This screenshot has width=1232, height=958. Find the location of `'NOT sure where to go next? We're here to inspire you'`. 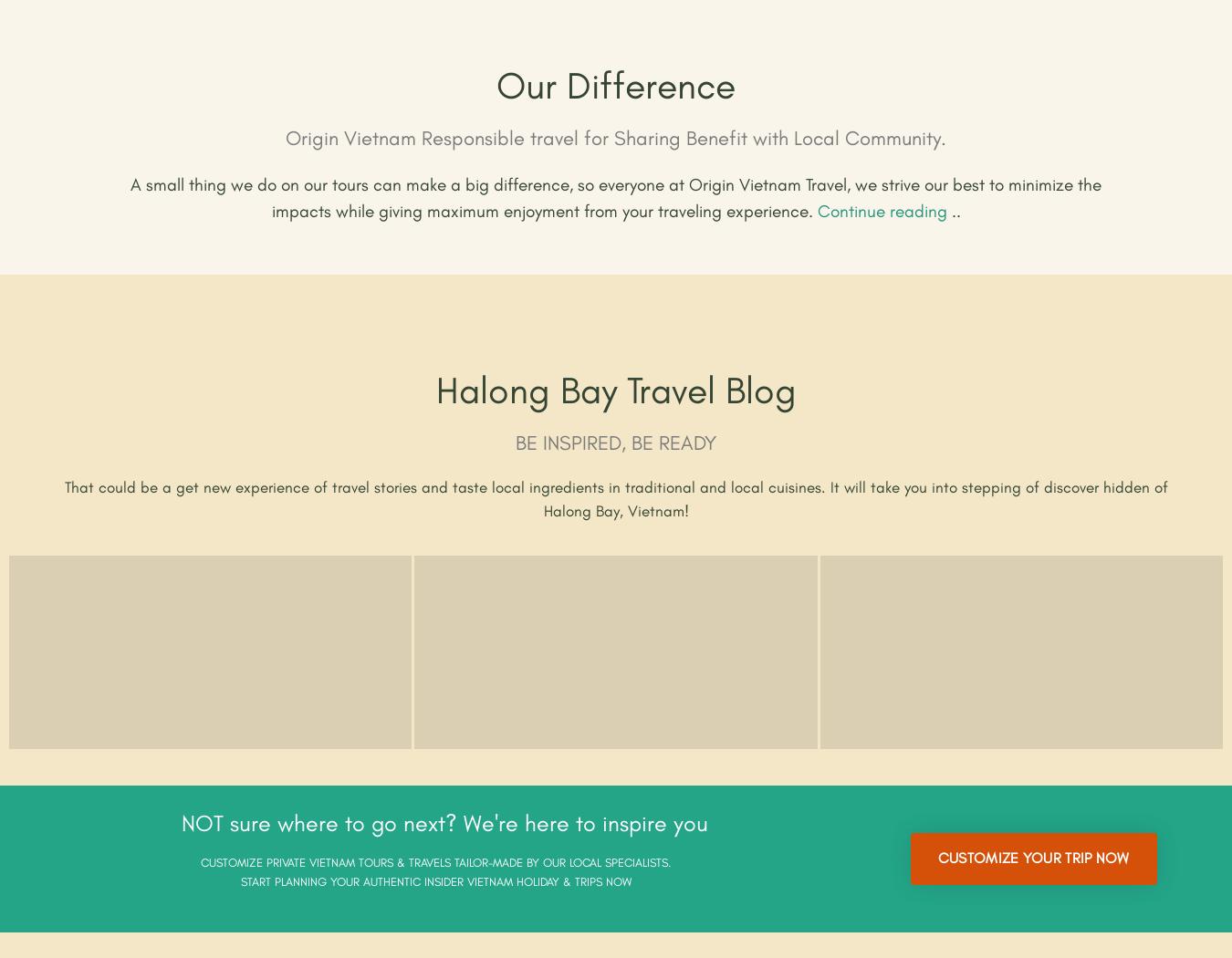

'NOT sure where to go next? We're here to inspire you' is located at coordinates (444, 823).